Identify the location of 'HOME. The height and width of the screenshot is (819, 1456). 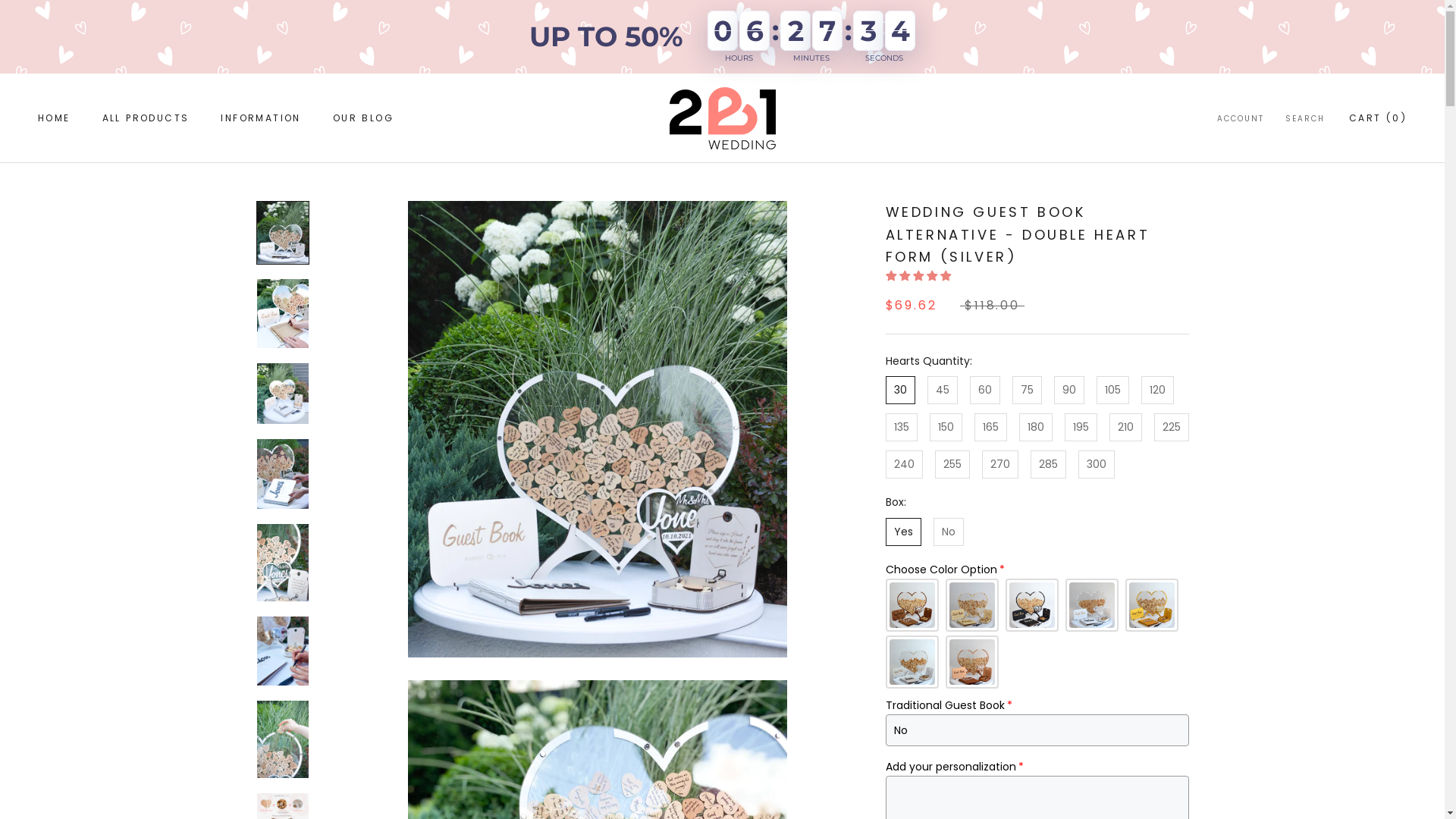
(54, 117).